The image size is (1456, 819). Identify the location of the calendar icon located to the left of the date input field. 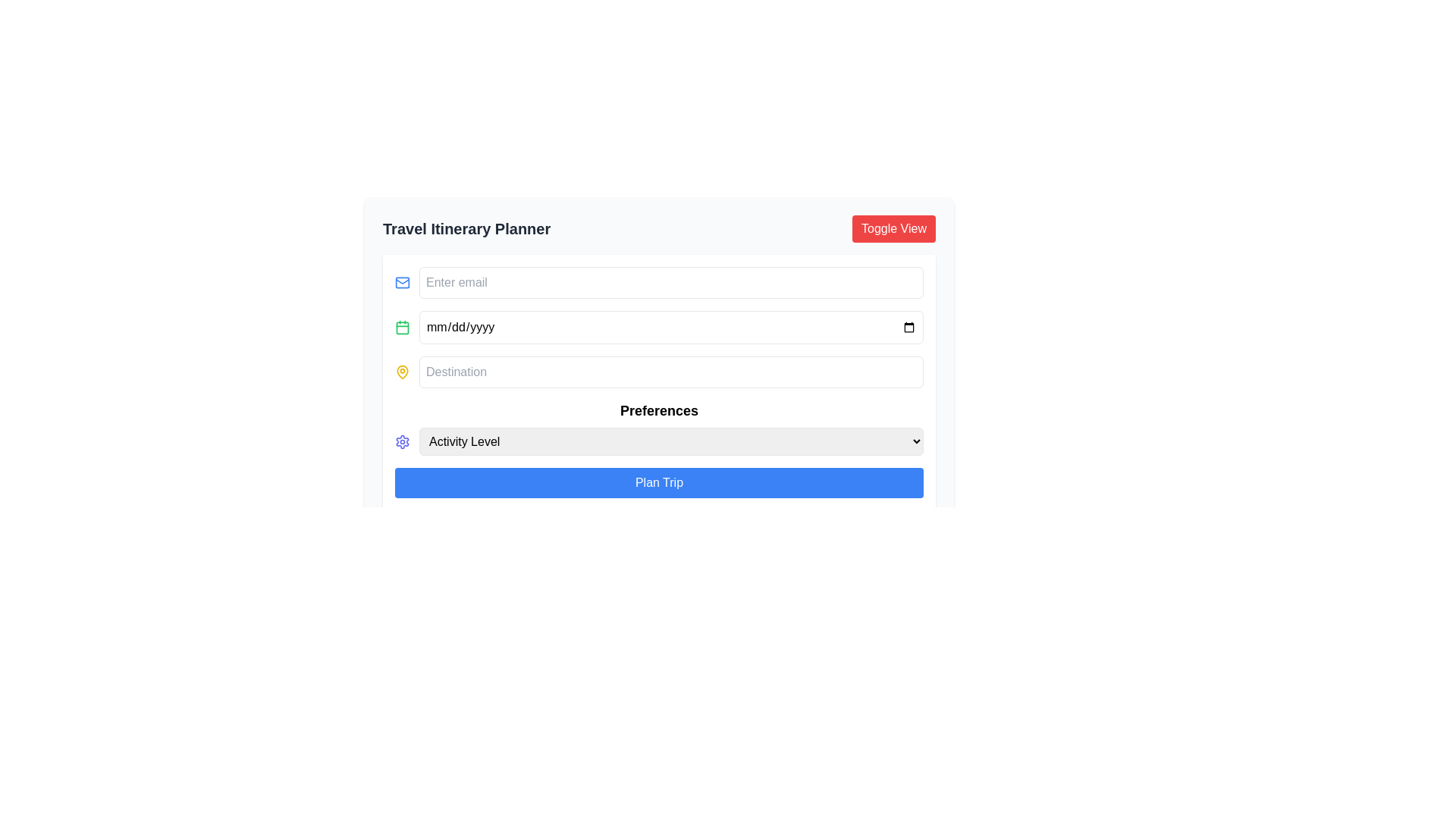
(403, 327).